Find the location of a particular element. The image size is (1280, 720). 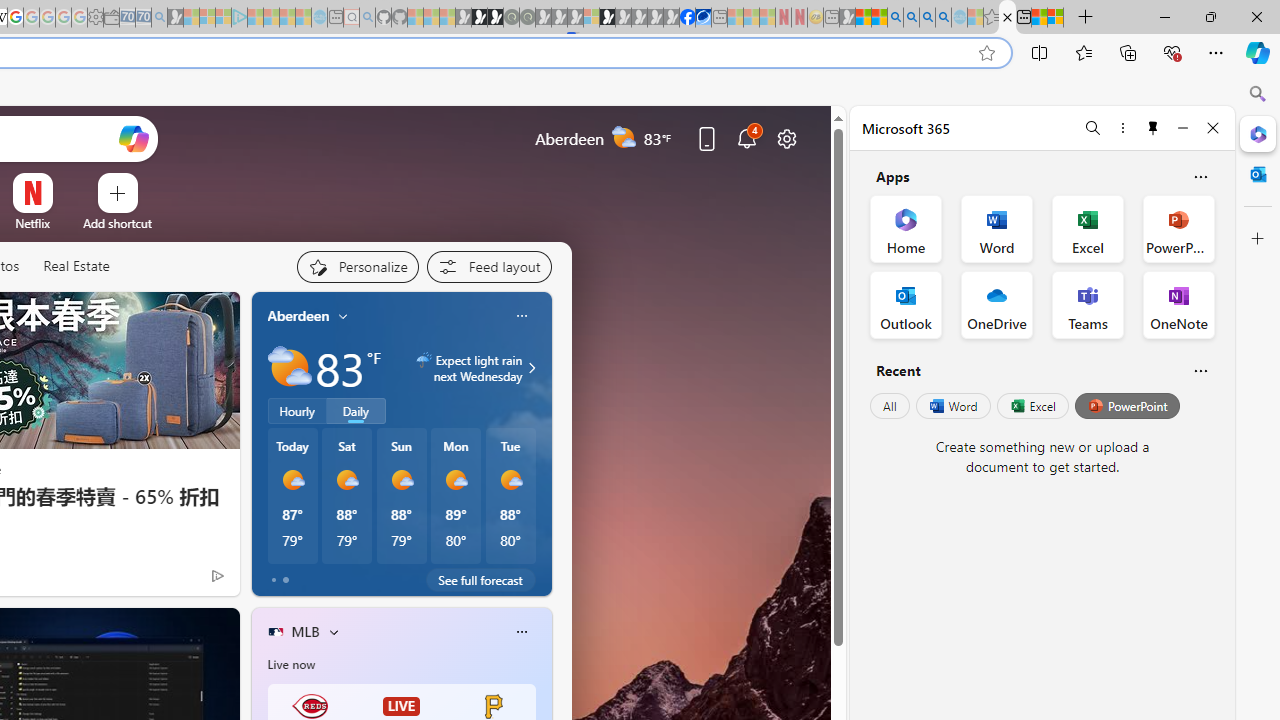

'Partly sunny' is located at coordinates (288, 368).